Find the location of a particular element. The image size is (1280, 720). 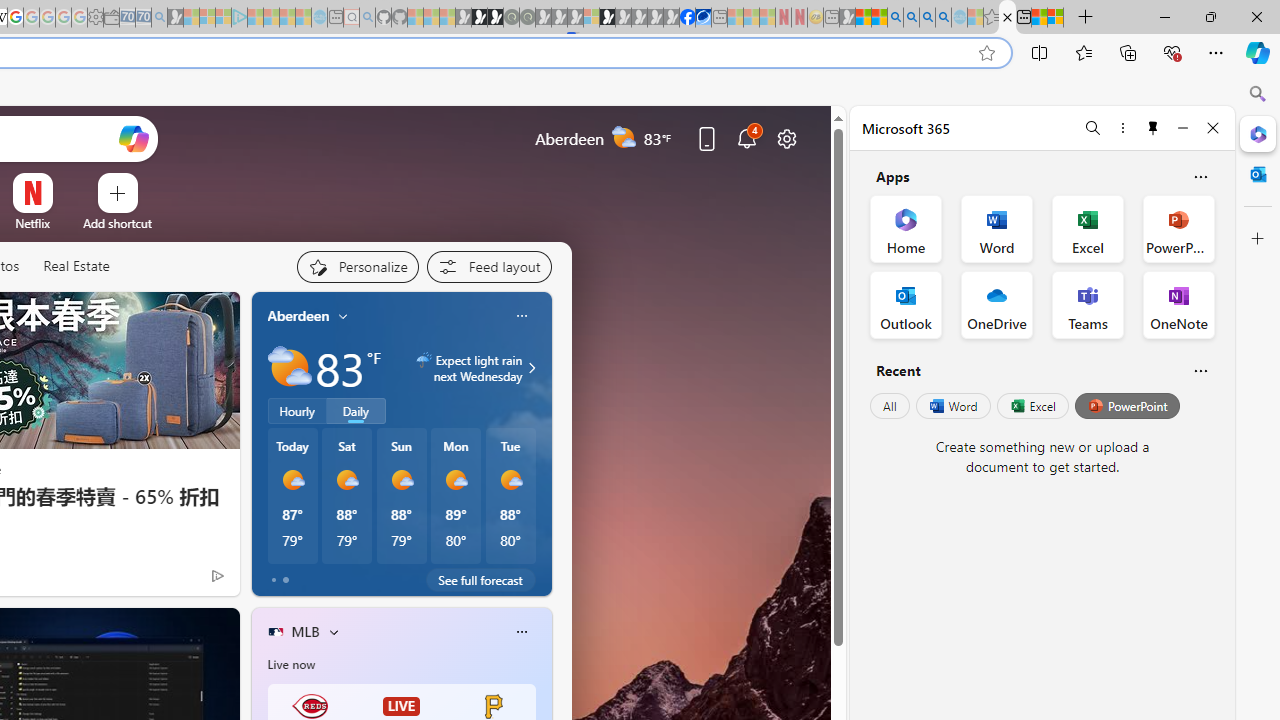

'Partly sunny' is located at coordinates (288, 368).